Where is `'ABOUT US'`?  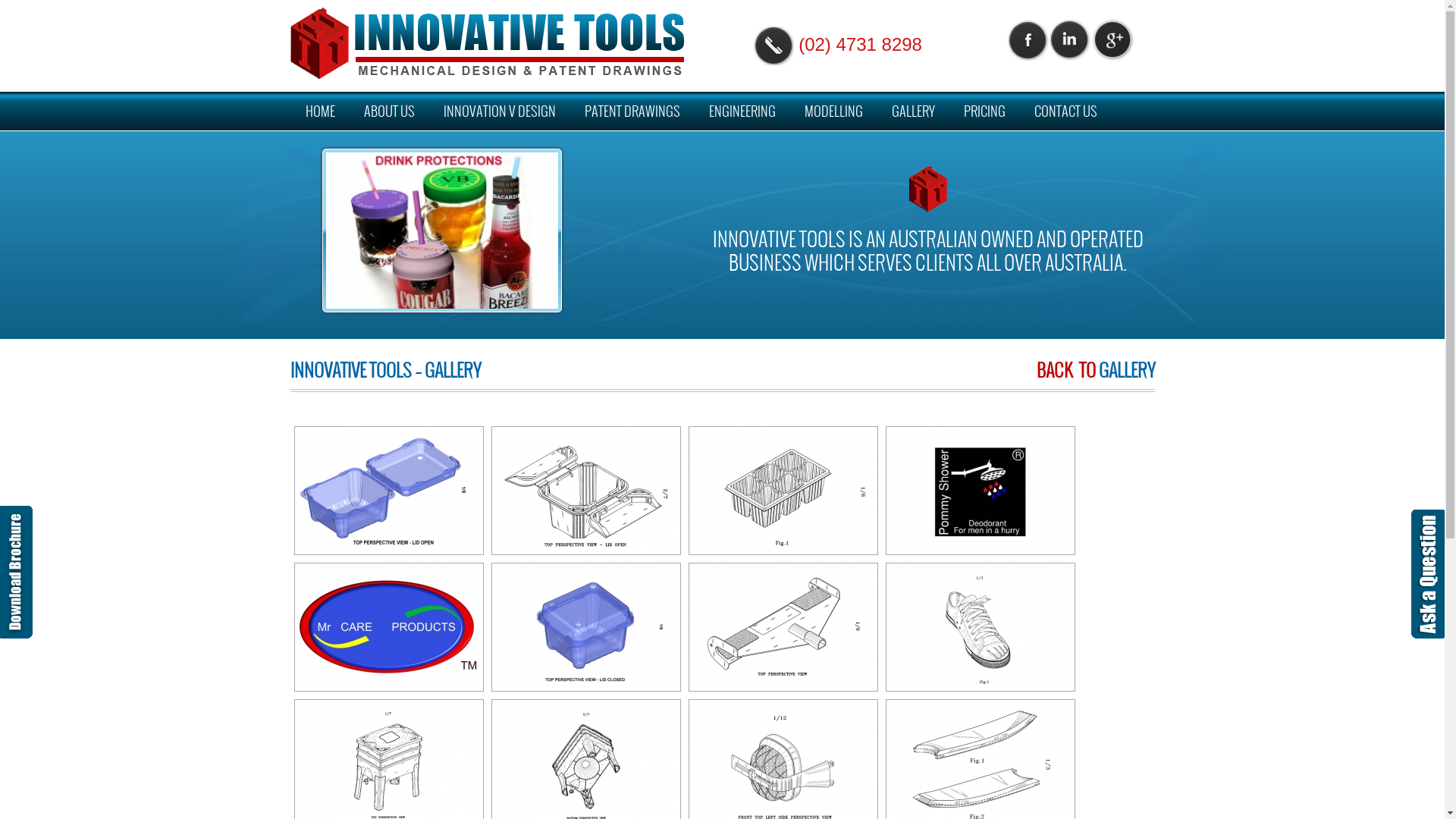 'ABOUT US' is located at coordinates (389, 110).